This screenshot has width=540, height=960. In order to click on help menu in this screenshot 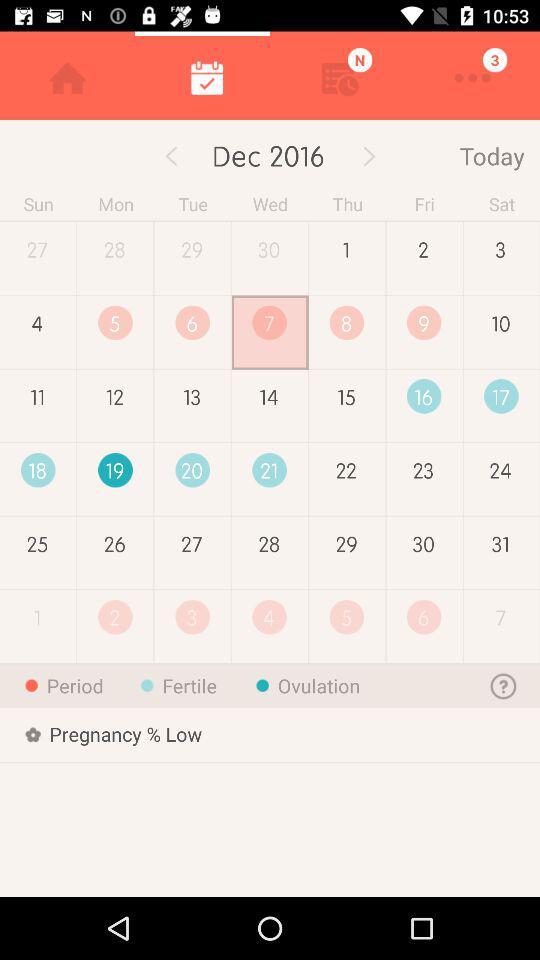, I will do `click(503, 685)`.